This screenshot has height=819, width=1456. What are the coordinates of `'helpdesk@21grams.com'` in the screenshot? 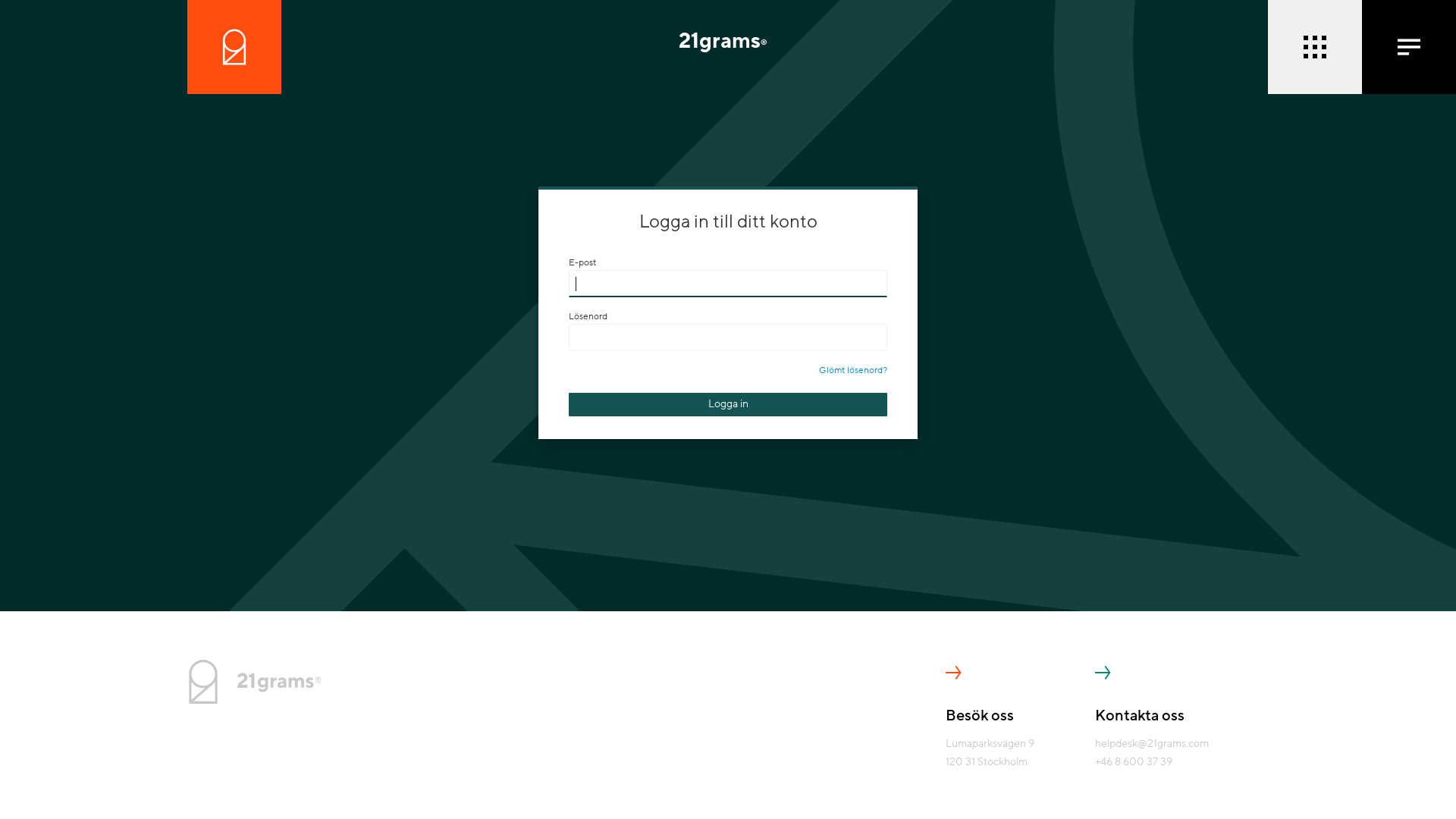 It's located at (1151, 742).